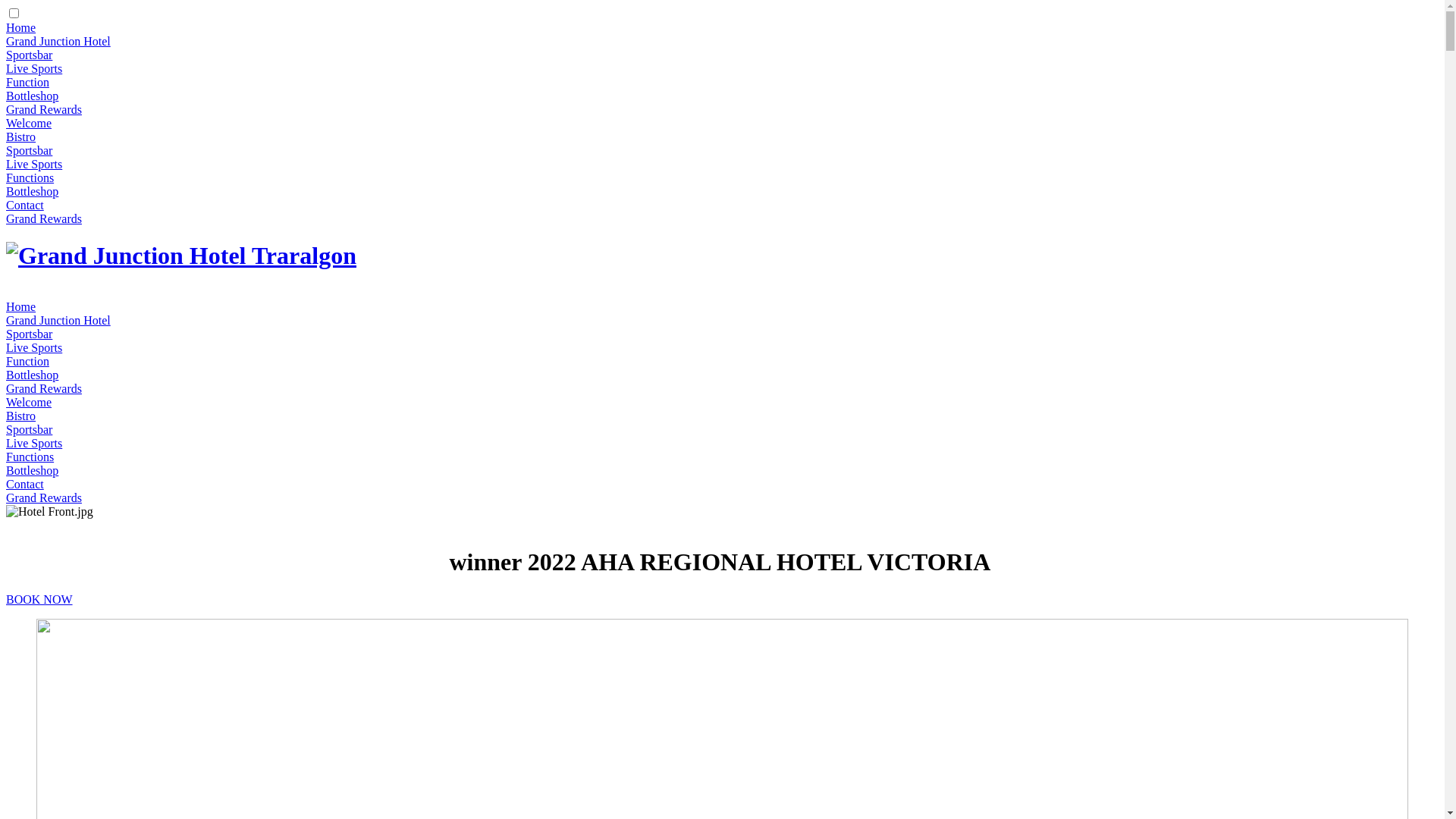  What do you see at coordinates (32, 375) in the screenshot?
I see `'Bottleshop'` at bounding box center [32, 375].